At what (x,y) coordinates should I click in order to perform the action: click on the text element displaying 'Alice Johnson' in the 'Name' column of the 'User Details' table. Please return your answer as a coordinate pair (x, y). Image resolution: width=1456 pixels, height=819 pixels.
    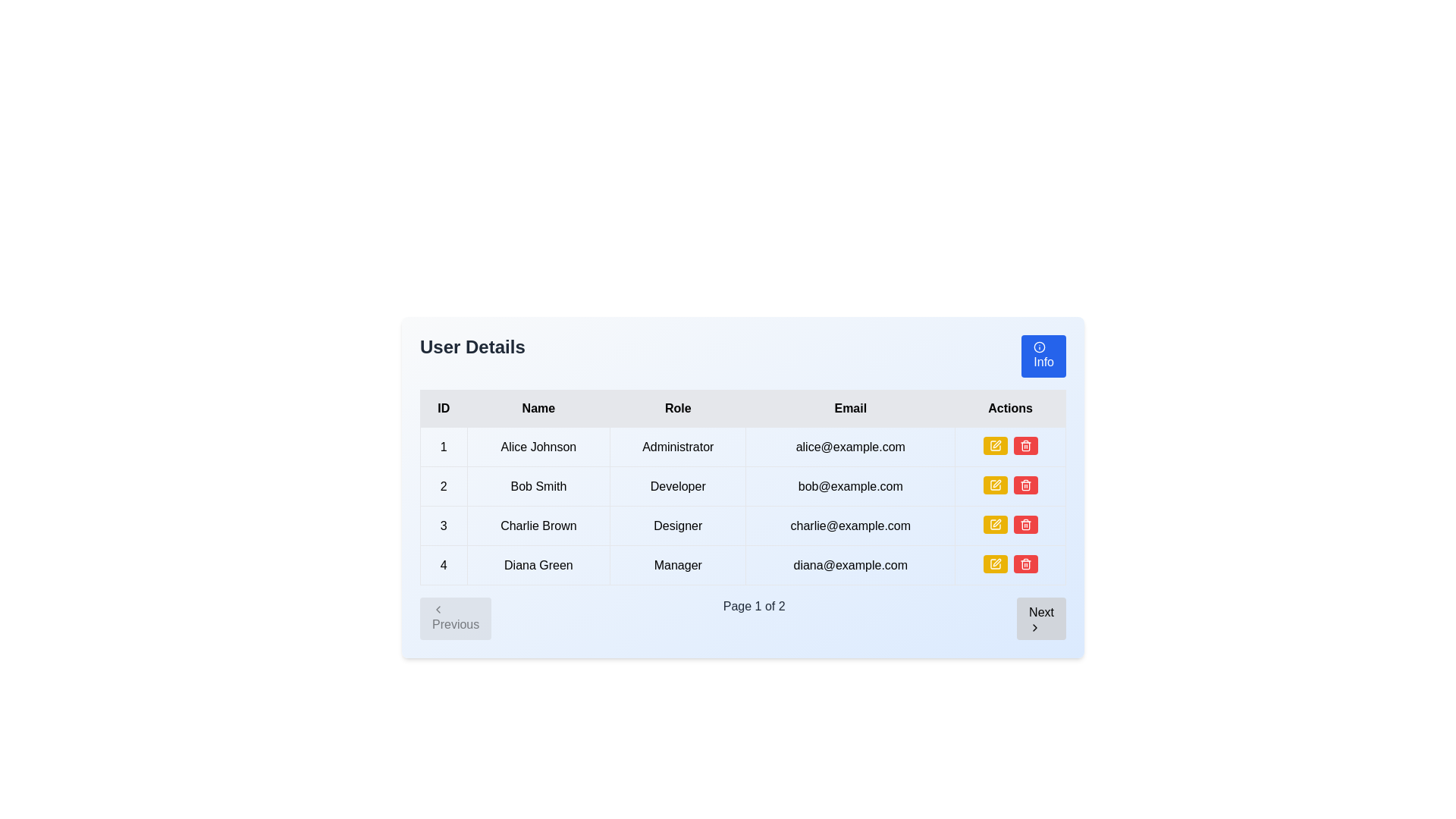
    Looking at the image, I should click on (538, 446).